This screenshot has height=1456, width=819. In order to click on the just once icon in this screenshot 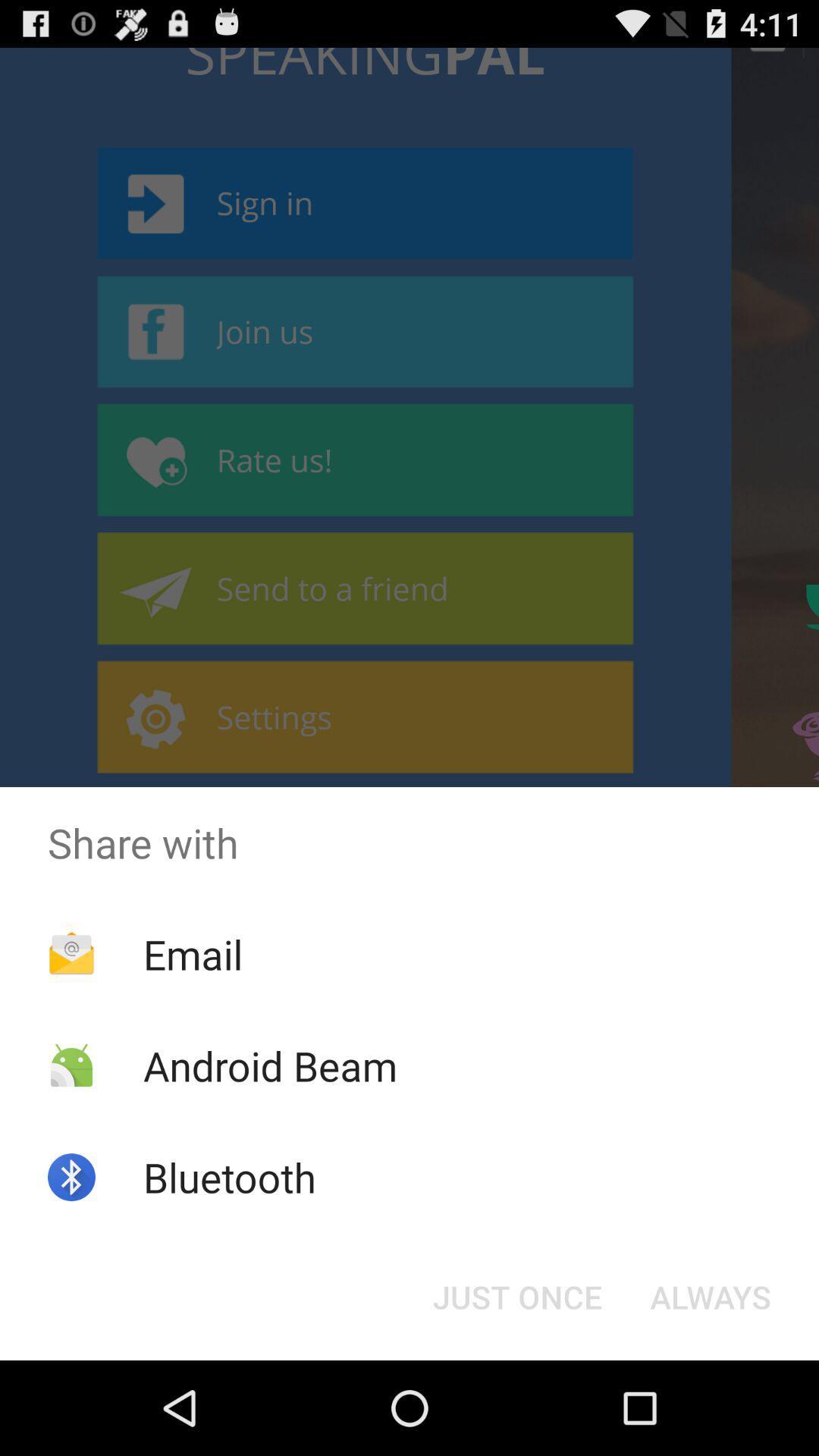, I will do `click(516, 1295)`.